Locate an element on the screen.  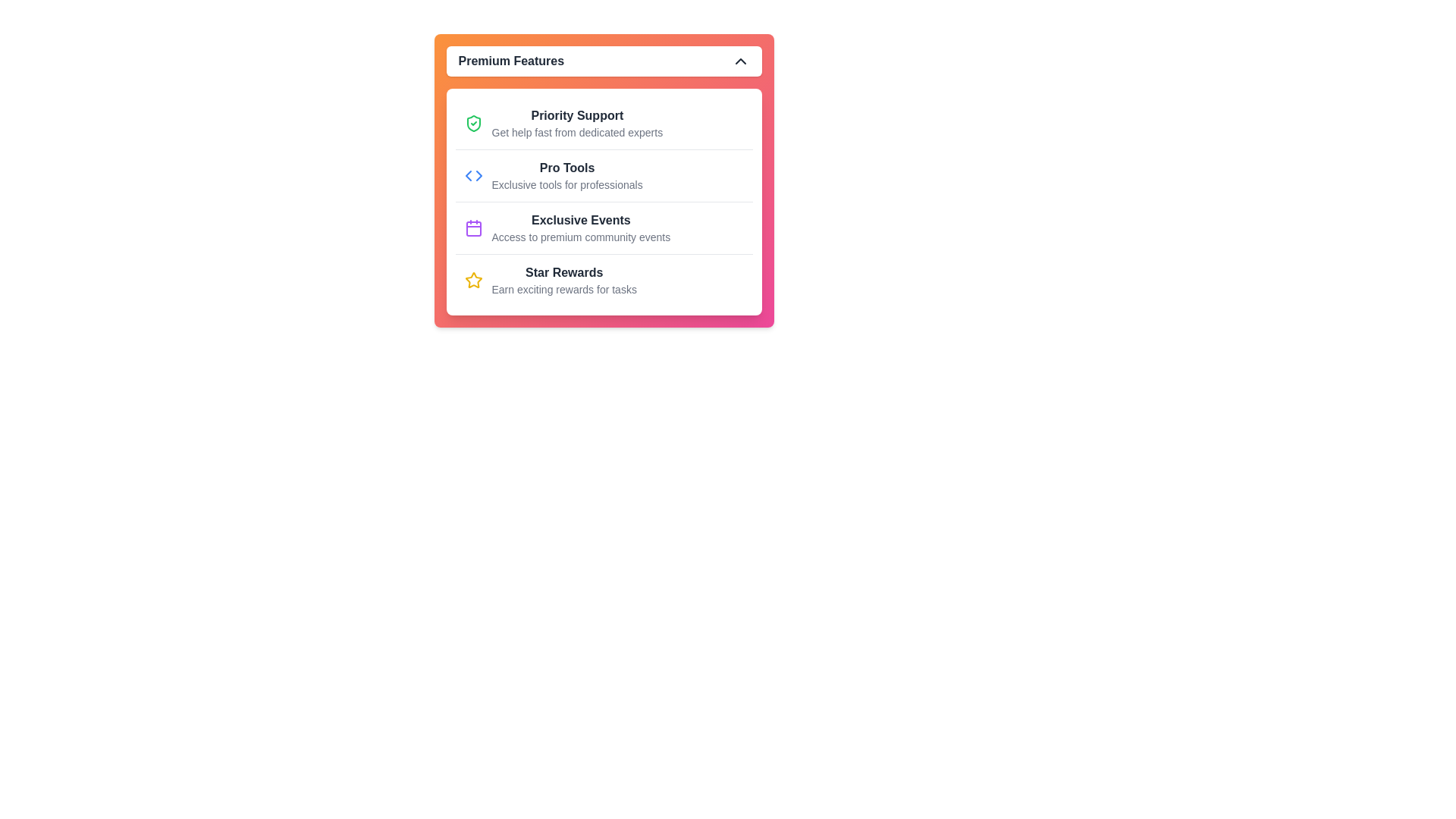
the second feature listed under the 'Premium Features' section is located at coordinates (603, 201).